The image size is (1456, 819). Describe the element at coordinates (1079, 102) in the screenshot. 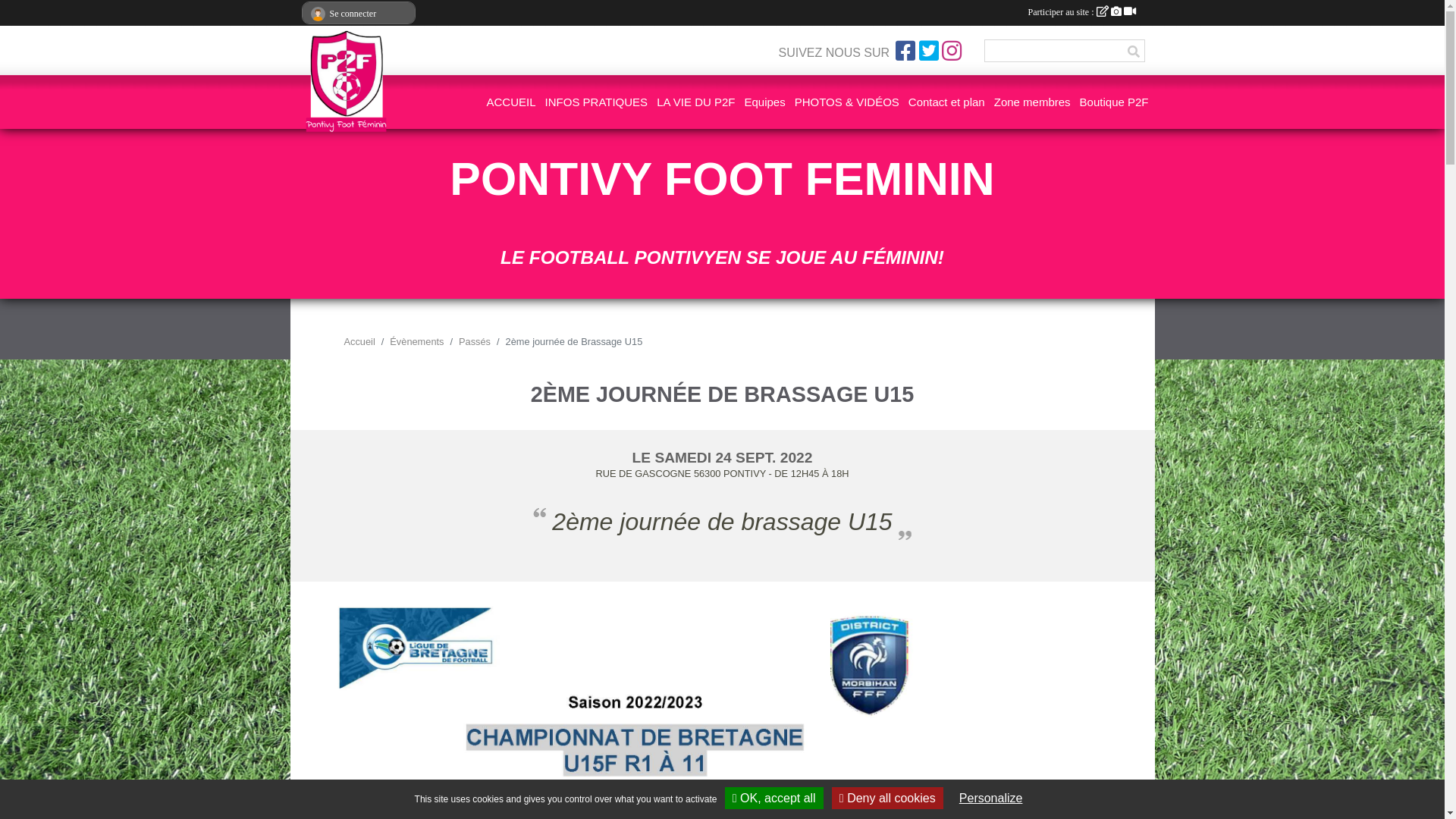

I see `'Boutique P2F'` at that location.